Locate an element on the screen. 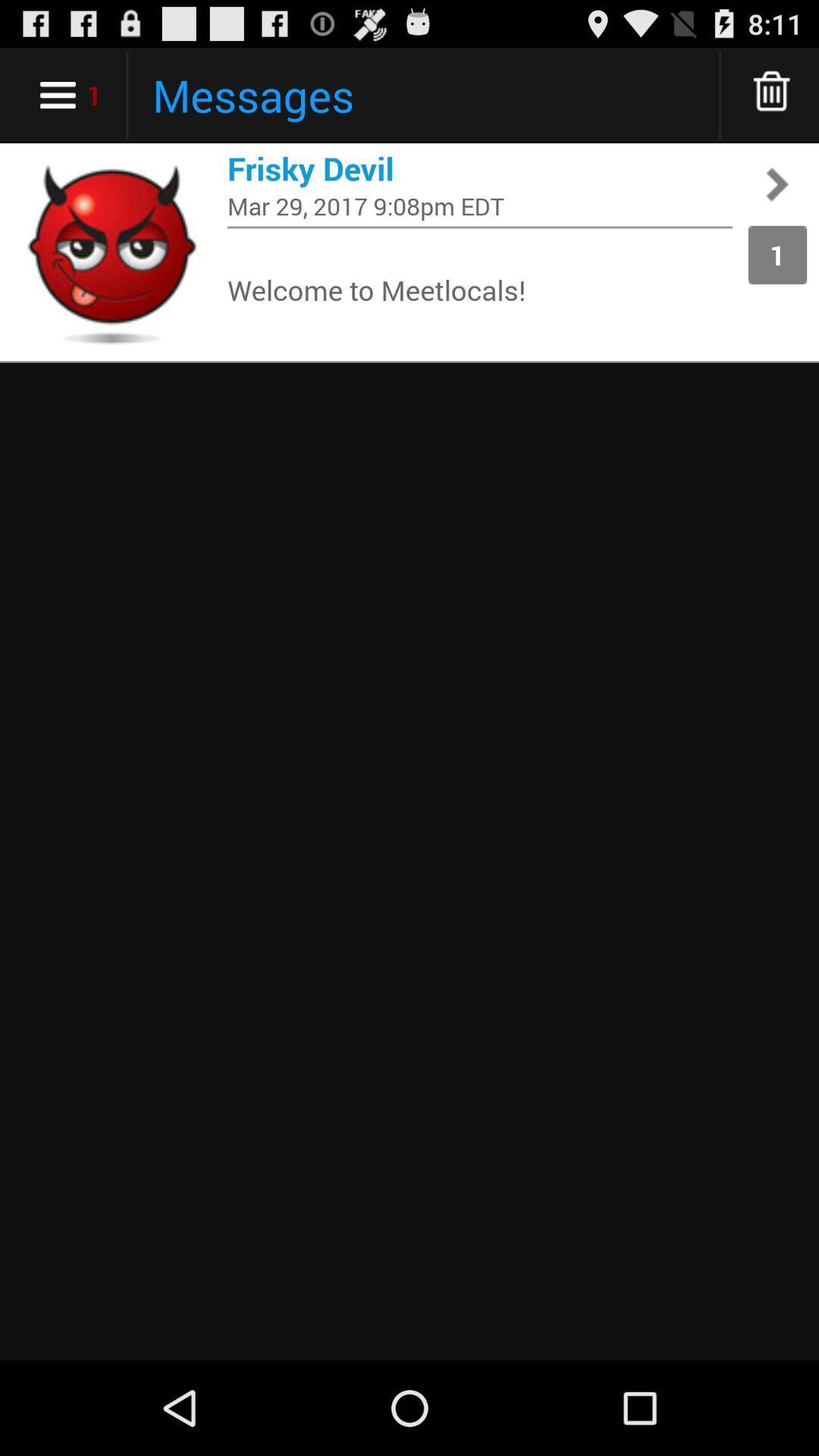  the item next to 1 is located at coordinates (479, 205).